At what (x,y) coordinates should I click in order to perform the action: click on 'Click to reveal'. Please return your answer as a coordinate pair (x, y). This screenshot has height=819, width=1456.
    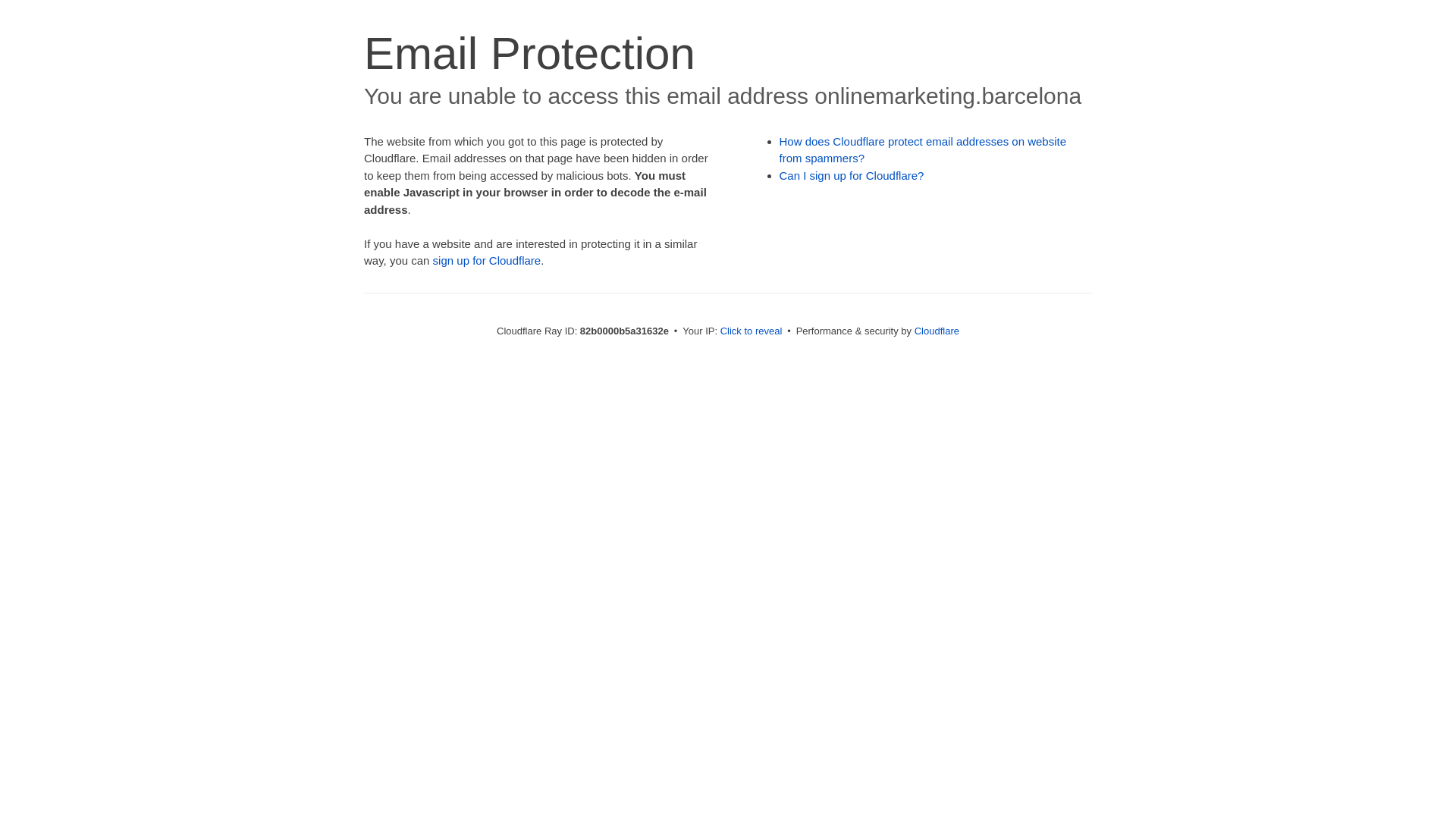
    Looking at the image, I should click on (751, 330).